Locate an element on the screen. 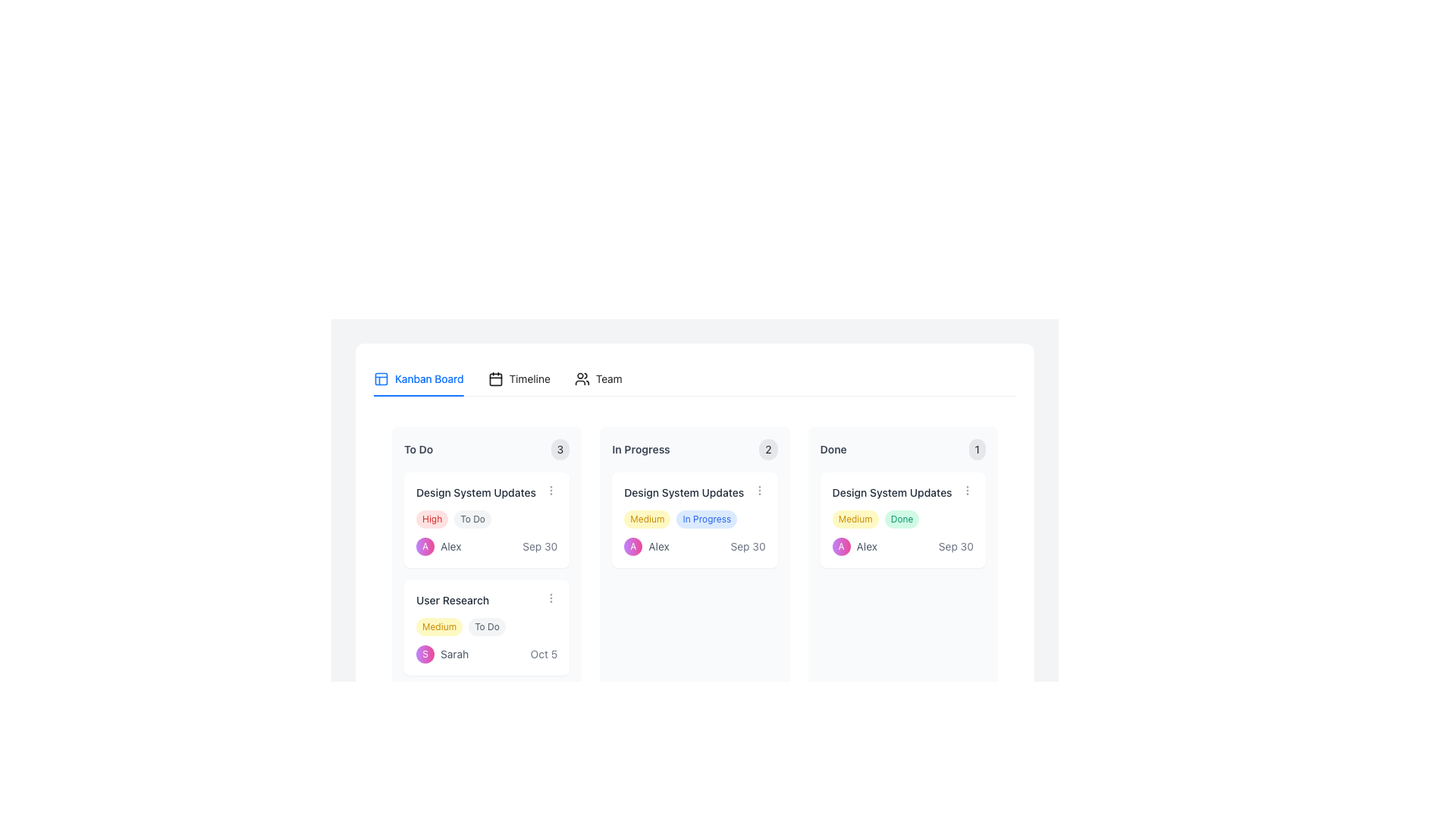 The height and width of the screenshot is (819, 1456). the 'Design System Updates' text label in the 'In Progress' column of the Kanban board is located at coordinates (683, 493).